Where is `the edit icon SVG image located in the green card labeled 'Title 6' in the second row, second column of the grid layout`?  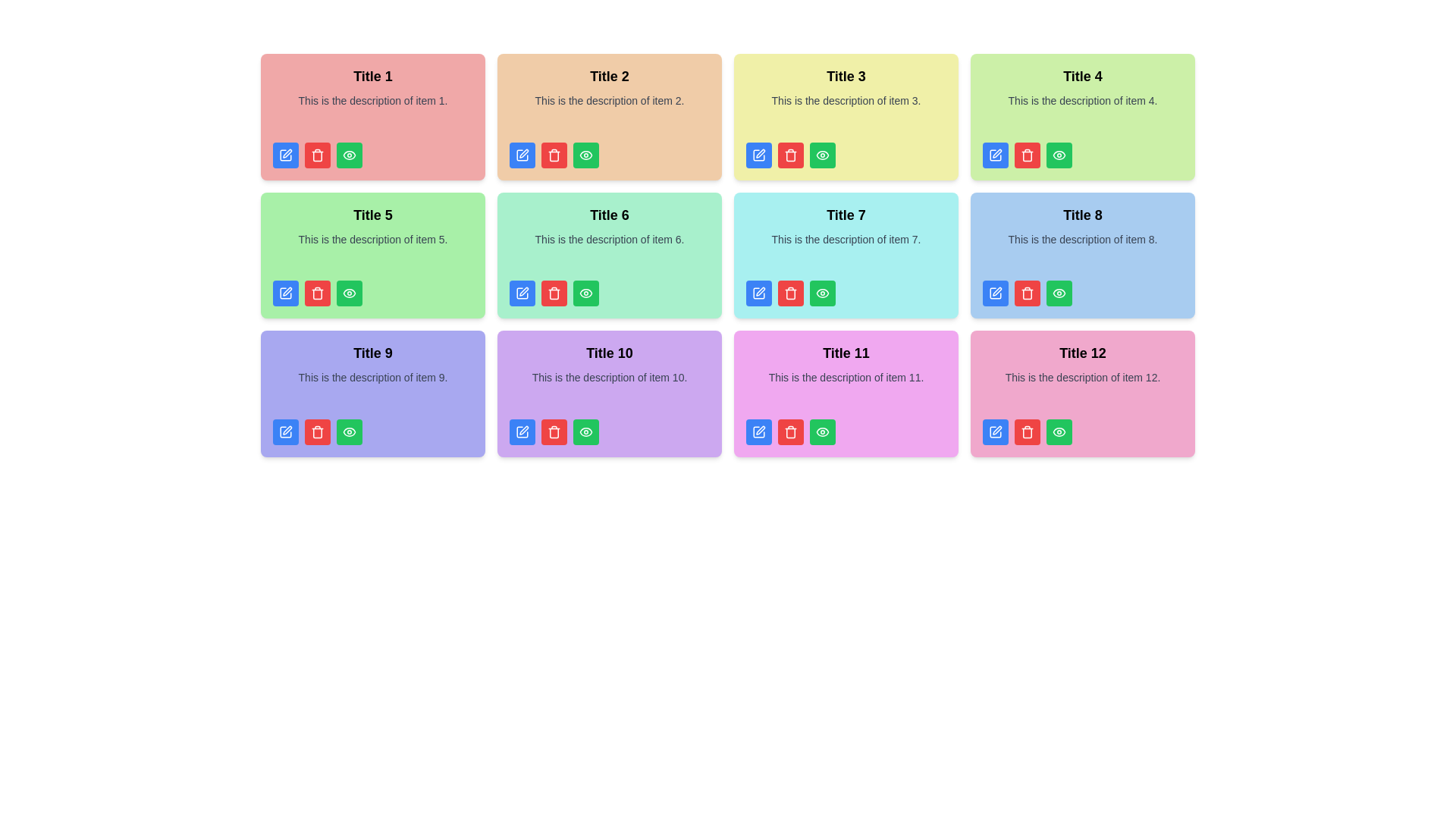 the edit icon SVG image located in the green card labeled 'Title 6' in the second row, second column of the grid layout is located at coordinates (524, 291).